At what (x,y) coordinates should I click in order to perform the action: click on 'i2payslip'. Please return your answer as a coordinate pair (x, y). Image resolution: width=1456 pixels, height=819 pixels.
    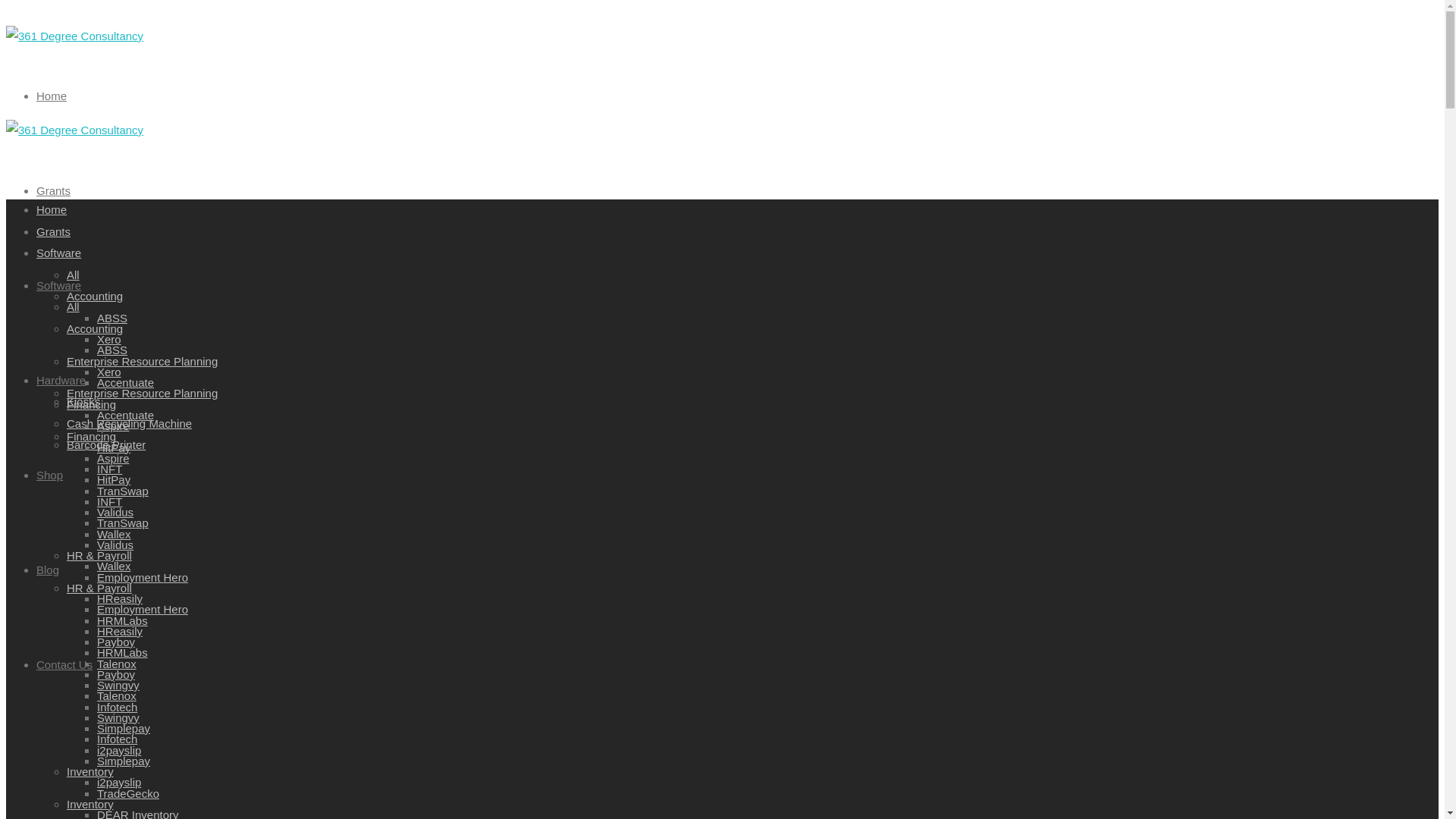
    Looking at the image, I should click on (118, 782).